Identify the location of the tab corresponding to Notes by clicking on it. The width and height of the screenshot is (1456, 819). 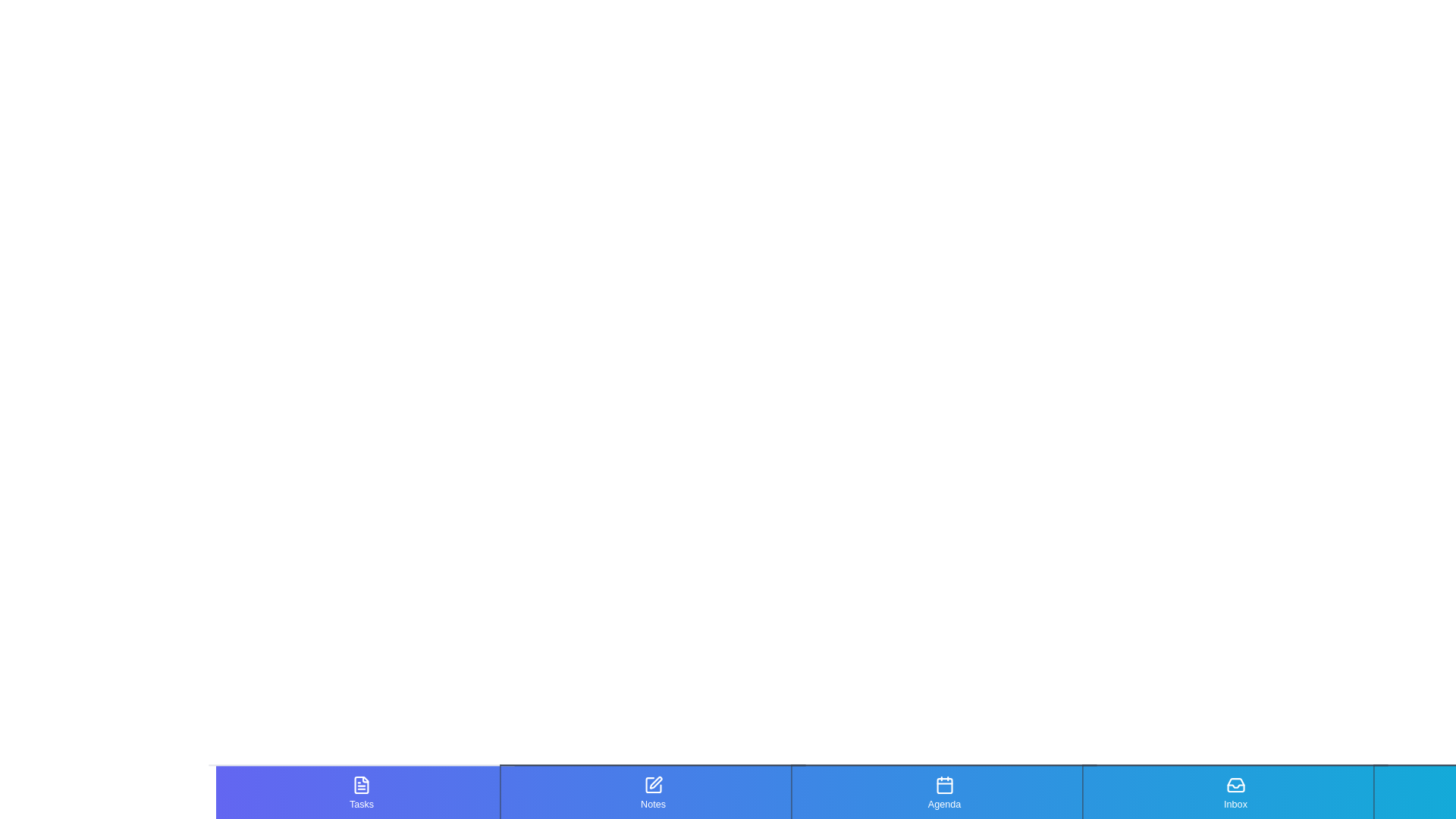
(652, 792).